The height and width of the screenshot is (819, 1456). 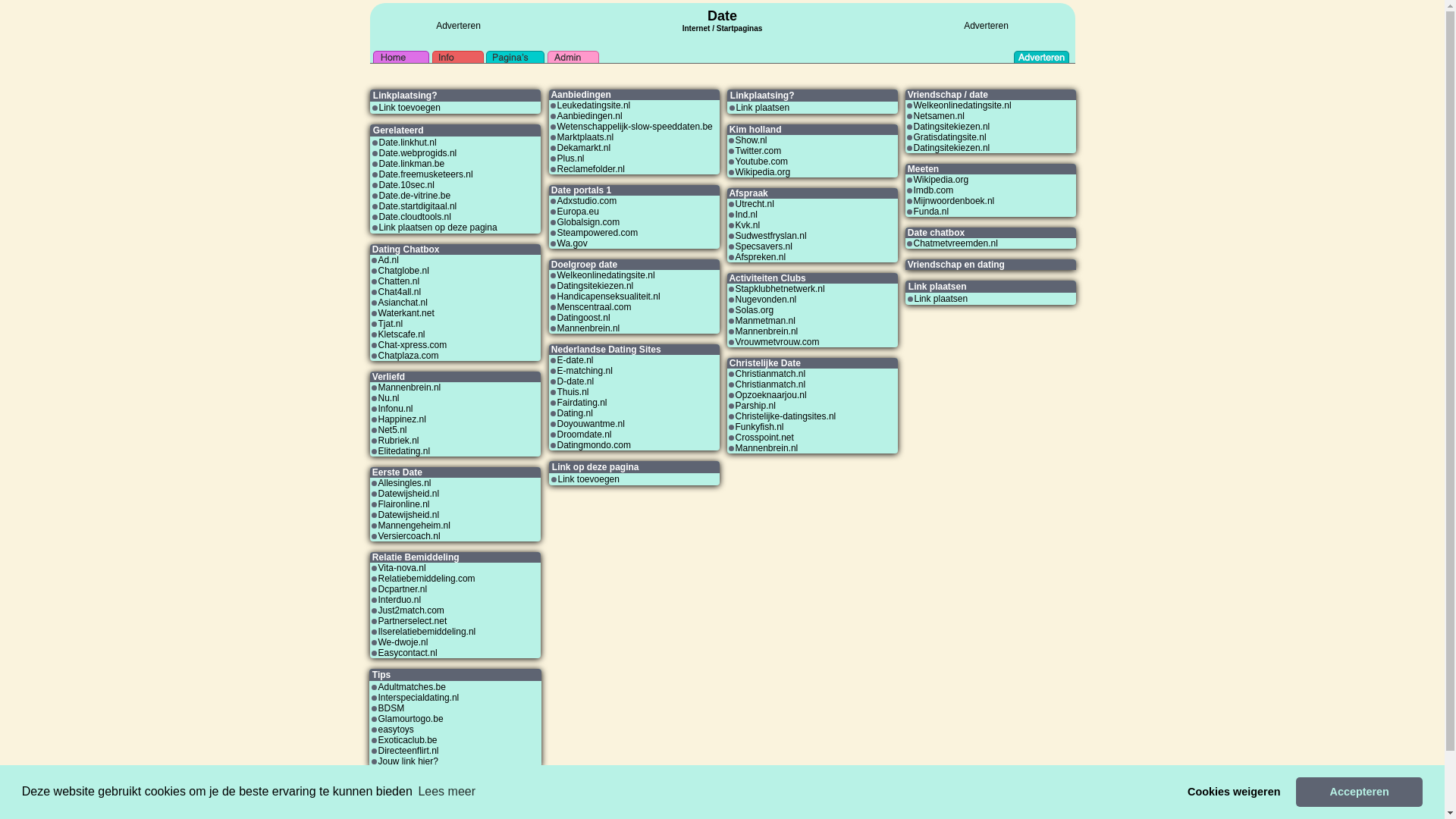 I want to click on 'Dekamarkt.nl', so click(x=582, y=148).